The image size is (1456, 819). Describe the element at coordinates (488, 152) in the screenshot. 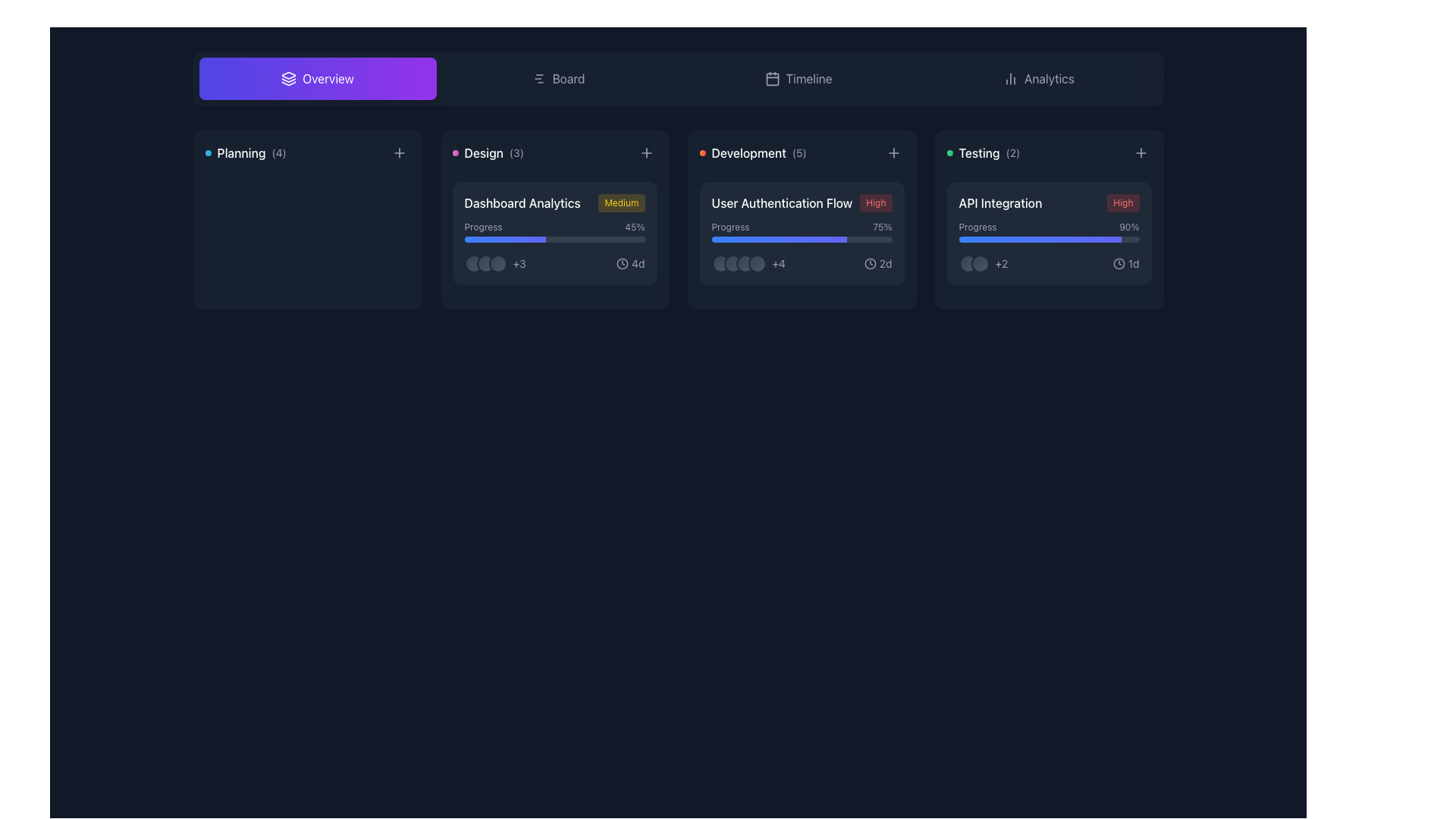

I see `the text label 'Design (3)' for editing, located in the 'Design' card within the 'Overview' section, styled in white bold and gray smaller font with a circular gradient icon beside it` at that location.